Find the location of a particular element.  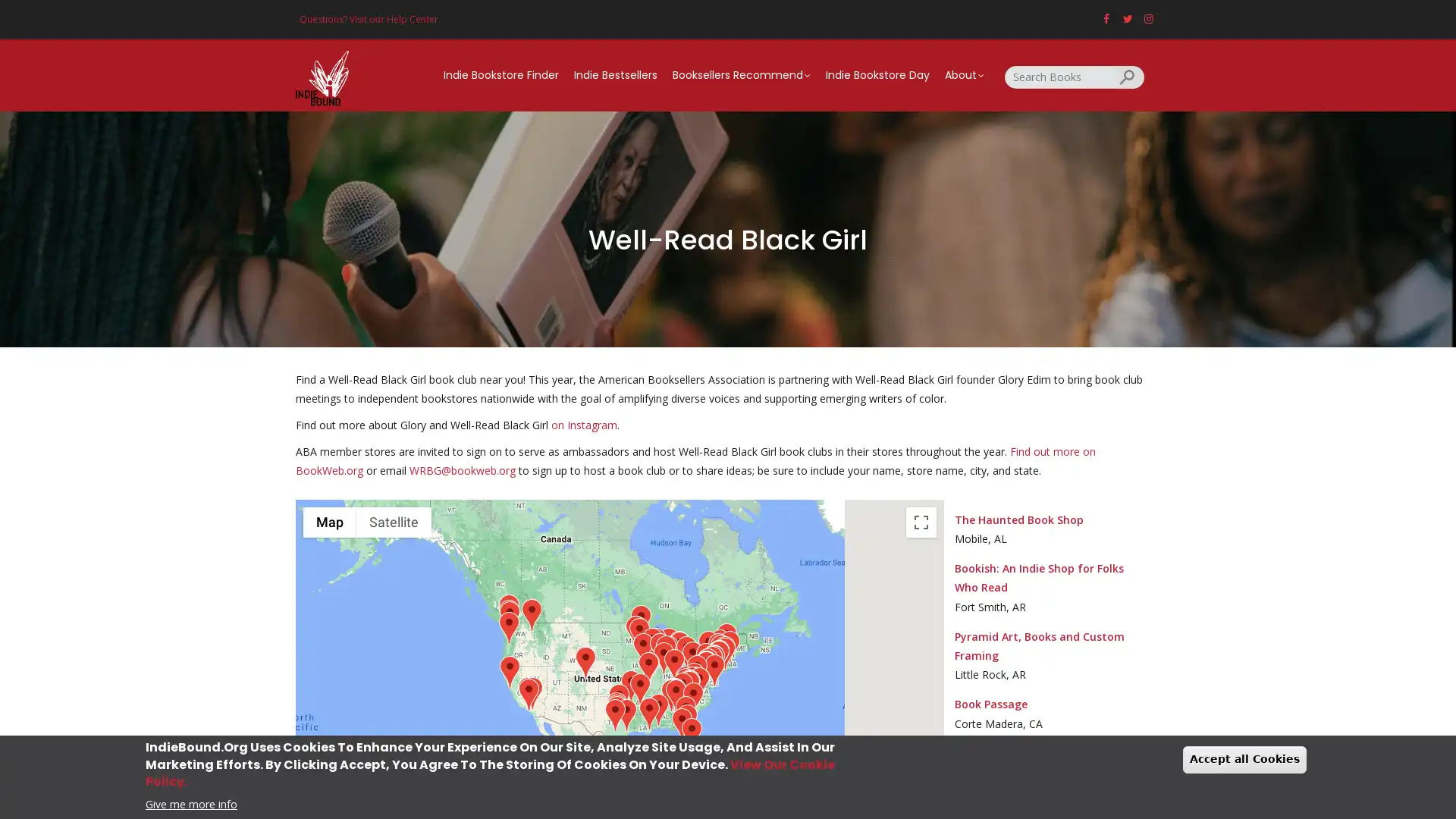

MahoganyBooks is located at coordinates (704, 666).